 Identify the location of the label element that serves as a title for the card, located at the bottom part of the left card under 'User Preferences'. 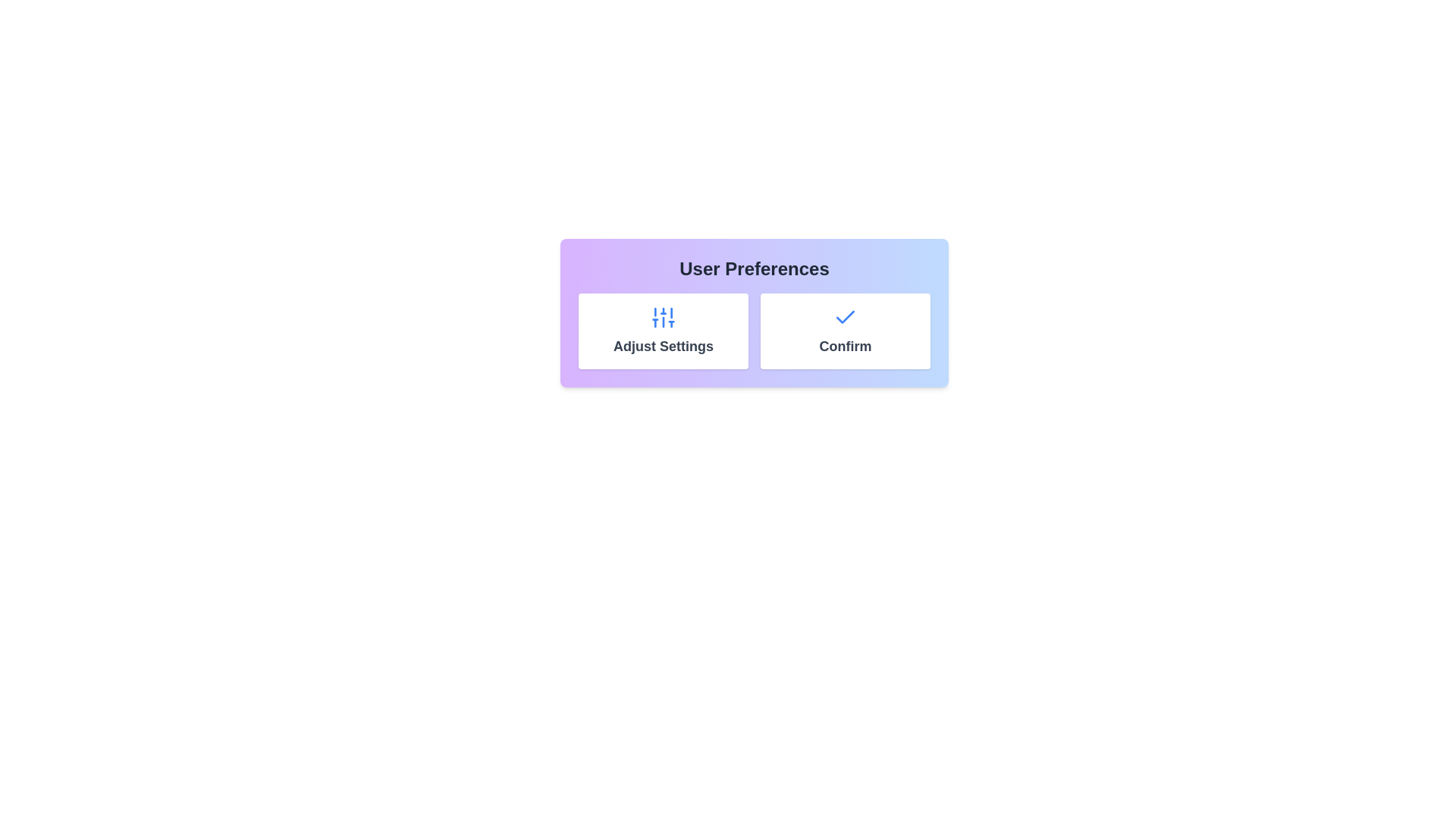
(663, 346).